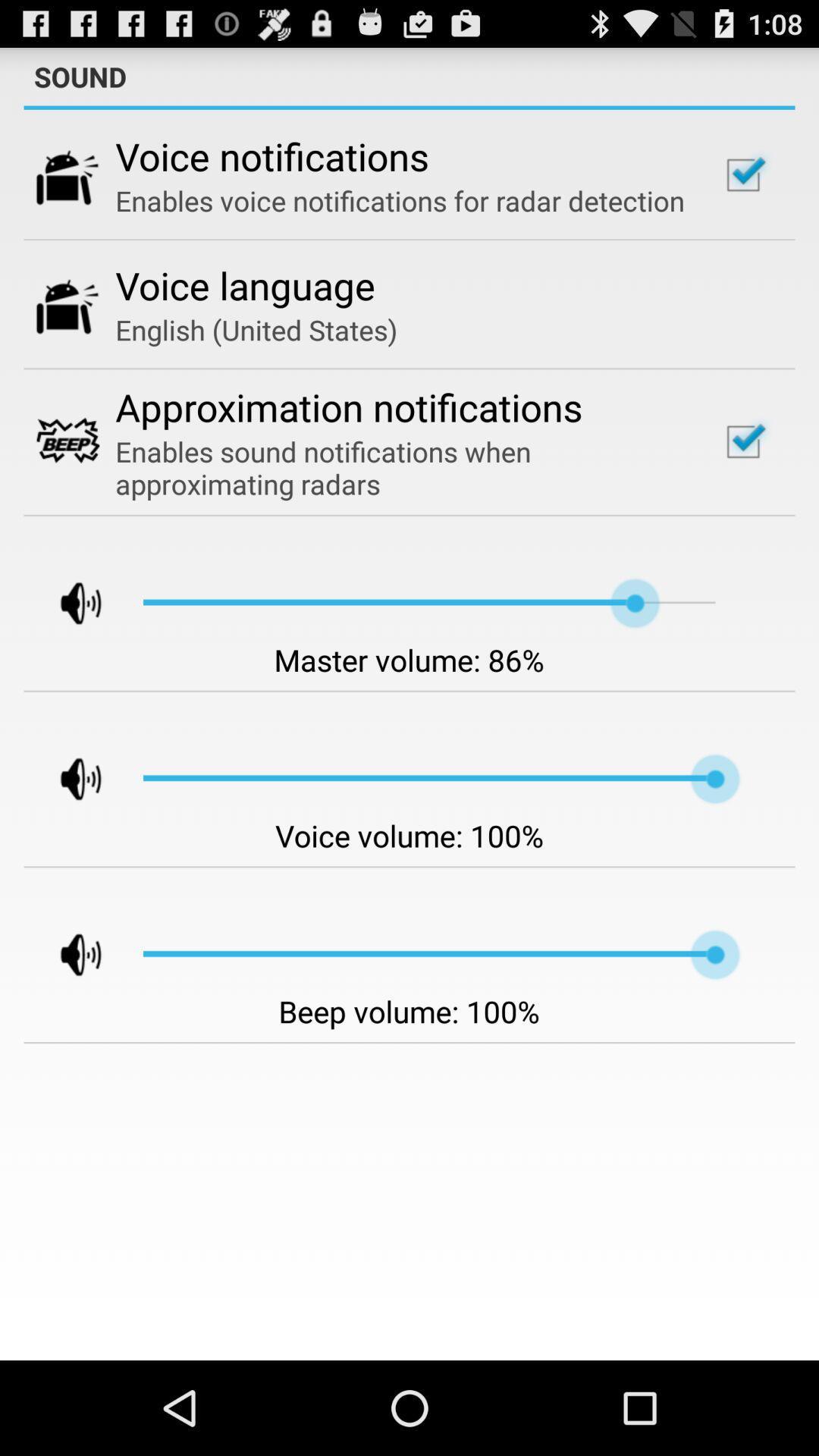  Describe the element at coordinates (742, 174) in the screenshot. I see `the option which is below the sound` at that location.